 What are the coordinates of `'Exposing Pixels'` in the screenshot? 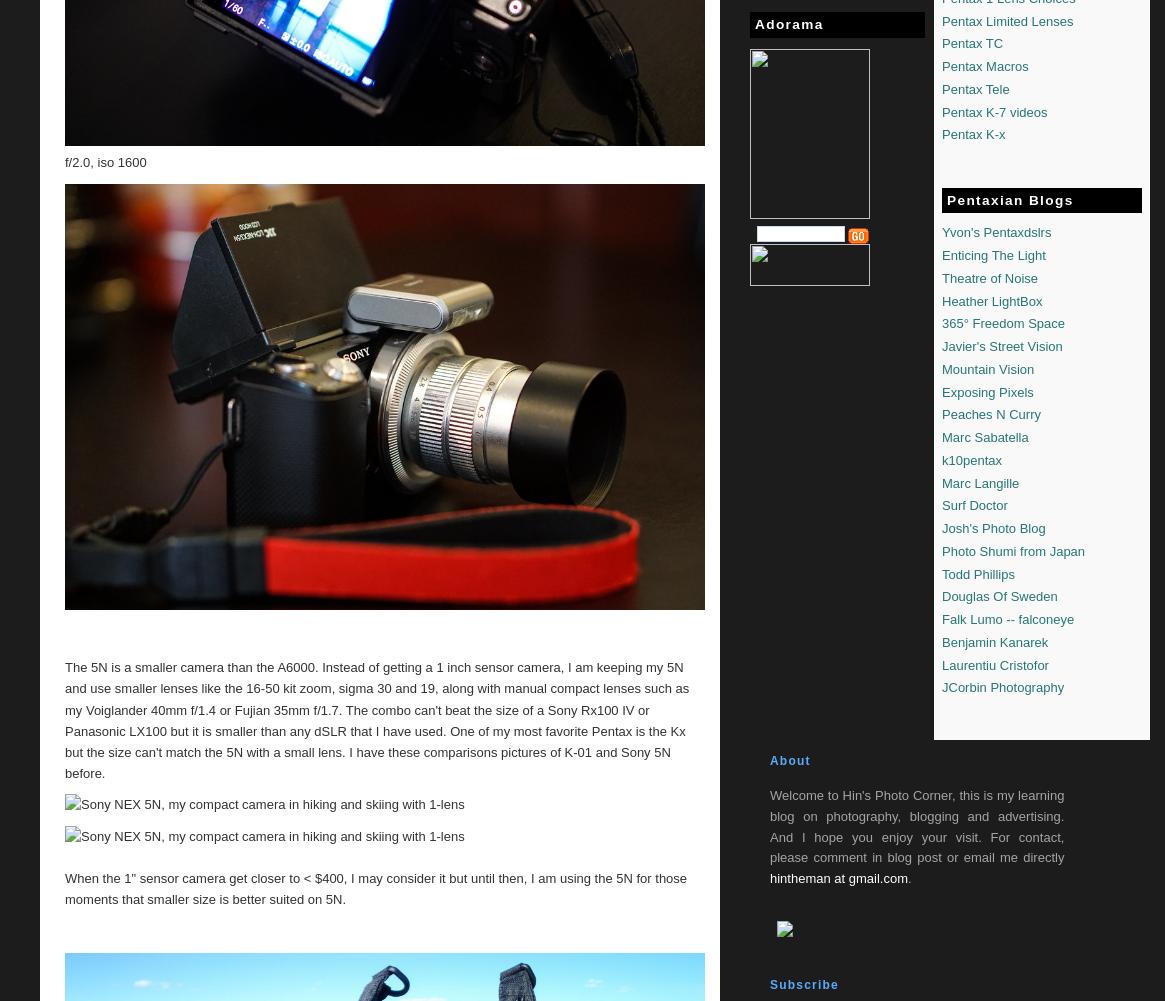 It's located at (941, 390).